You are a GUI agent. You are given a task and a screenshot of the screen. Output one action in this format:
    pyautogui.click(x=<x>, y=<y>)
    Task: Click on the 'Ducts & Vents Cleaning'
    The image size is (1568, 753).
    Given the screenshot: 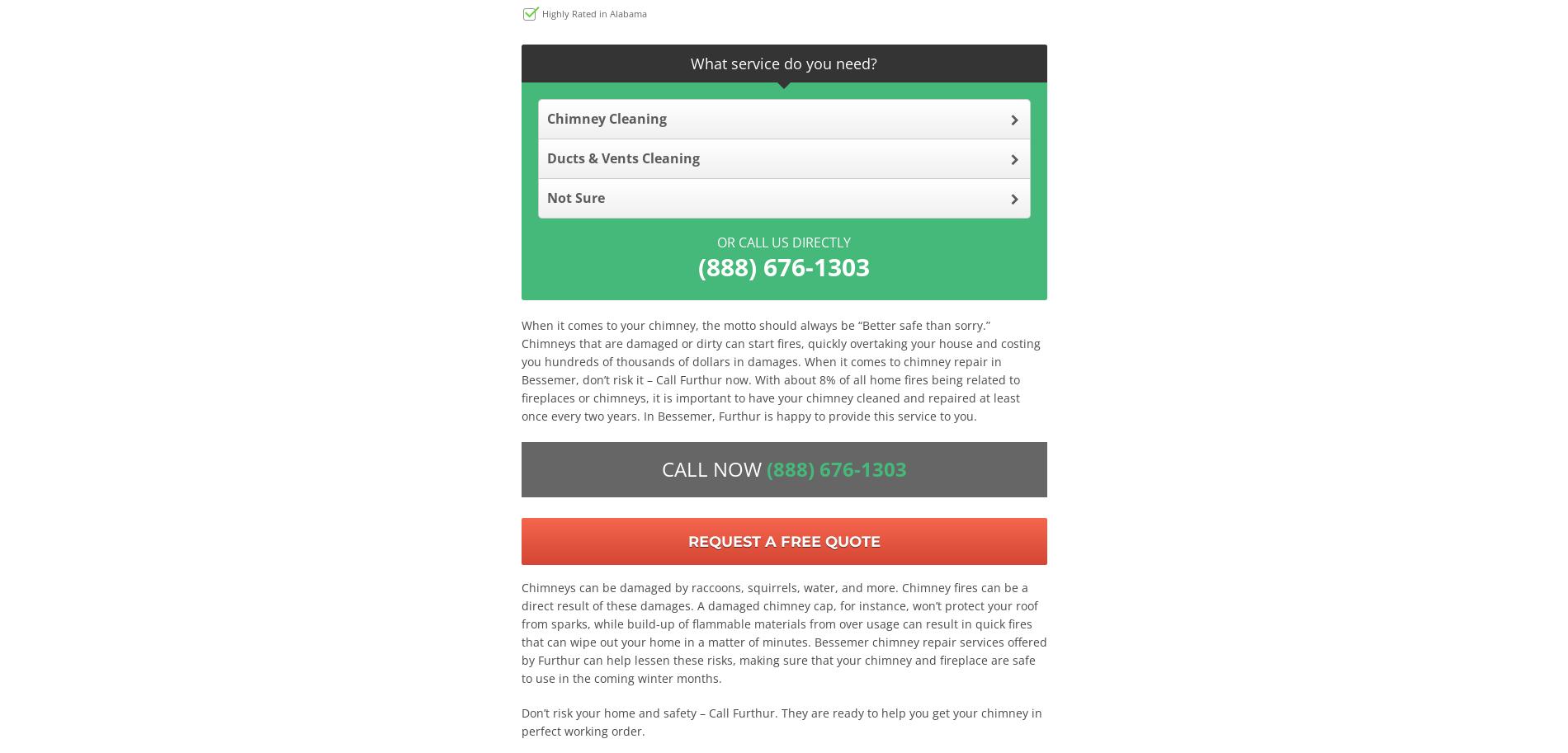 What is the action you would take?
    pyautogui.click(x=621, y=157)
    